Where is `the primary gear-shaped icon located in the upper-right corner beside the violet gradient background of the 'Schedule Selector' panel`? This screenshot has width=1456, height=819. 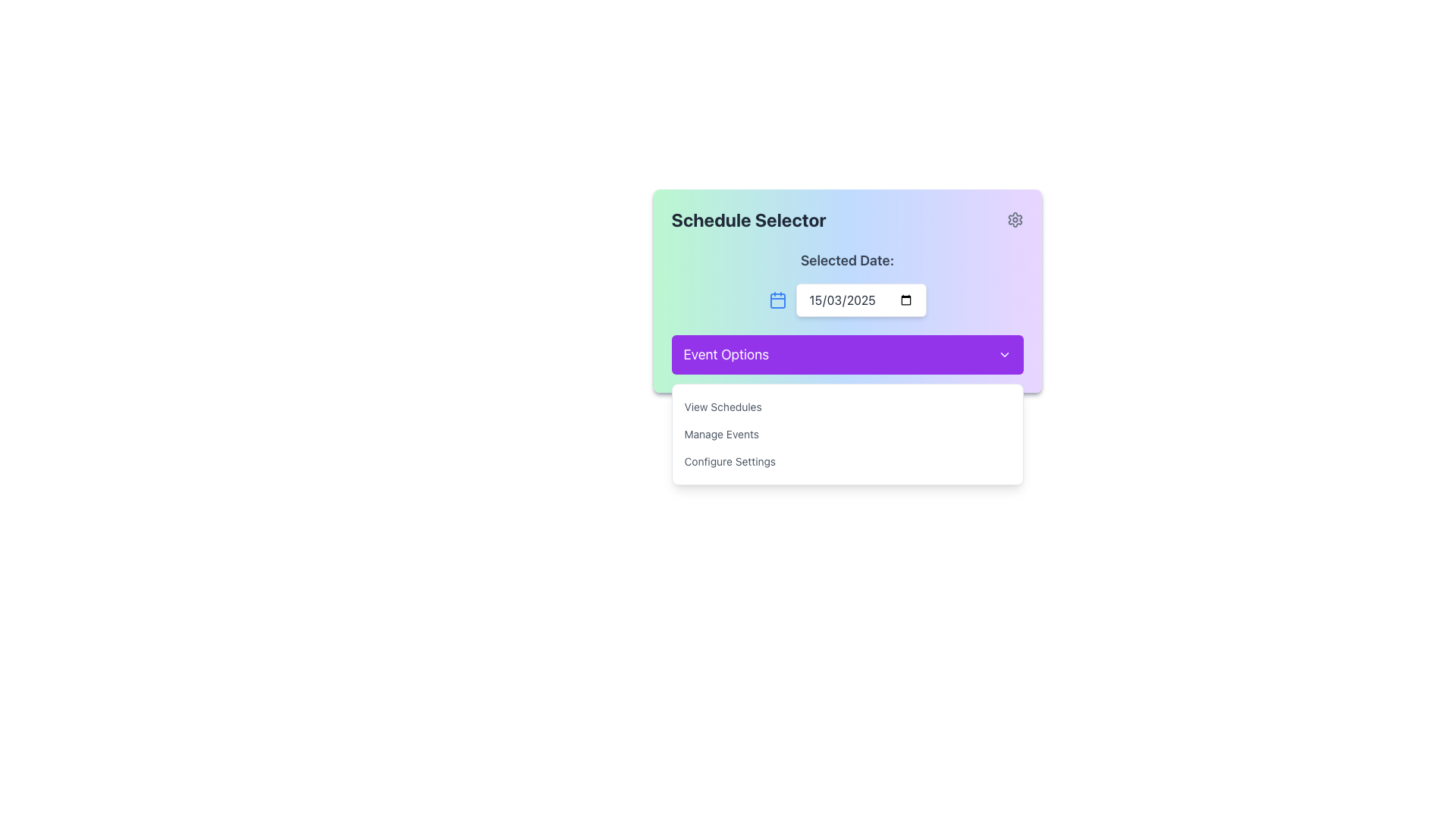 the primary gear-shaped icon located in the upper-right corner beside the violet gradient background of the 'Schedule Selector' panel is located at coordinates (1015, 219).